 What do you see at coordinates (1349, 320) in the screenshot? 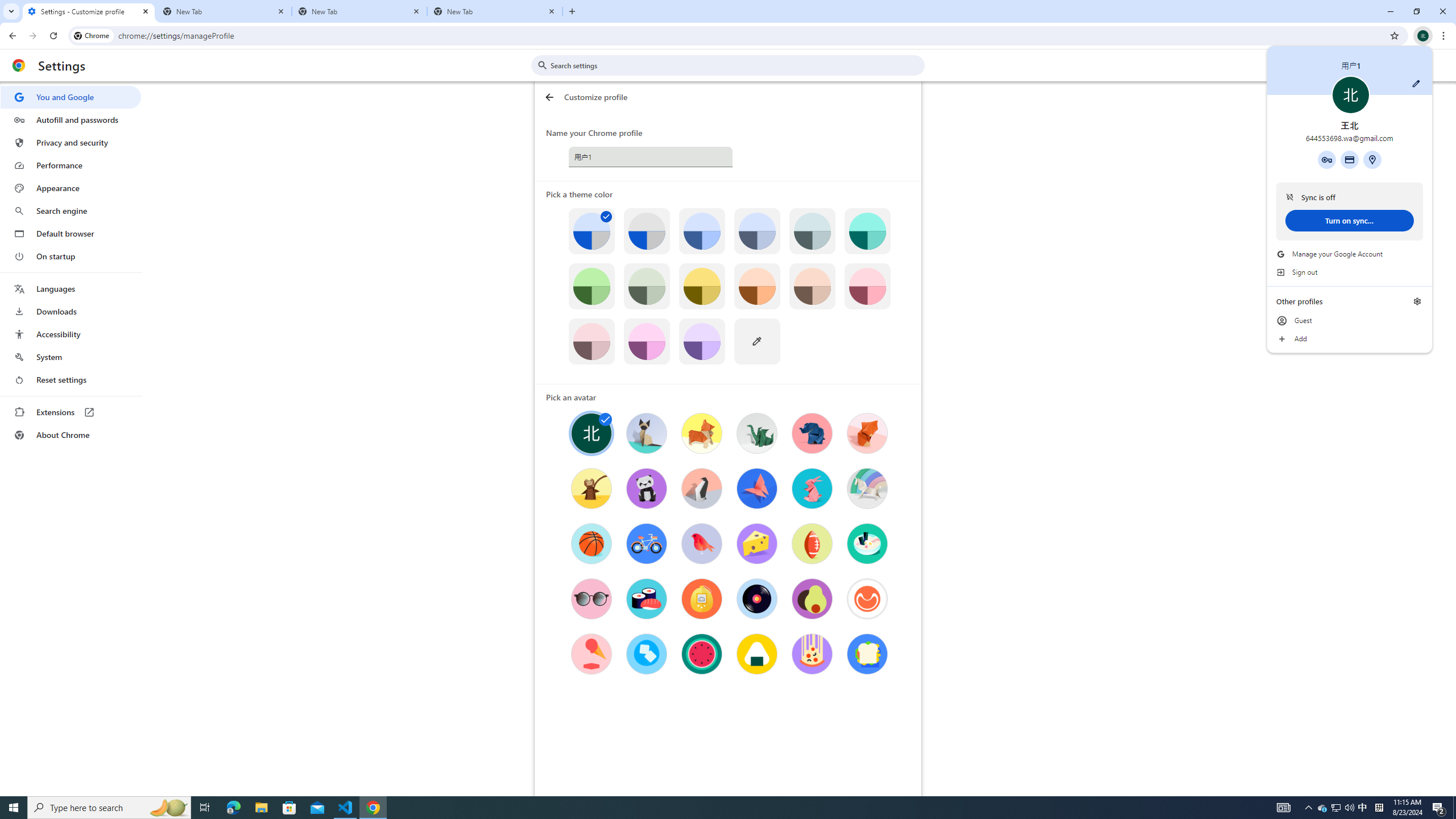
I see `'Guest'` at bounding box center [1349, 320].